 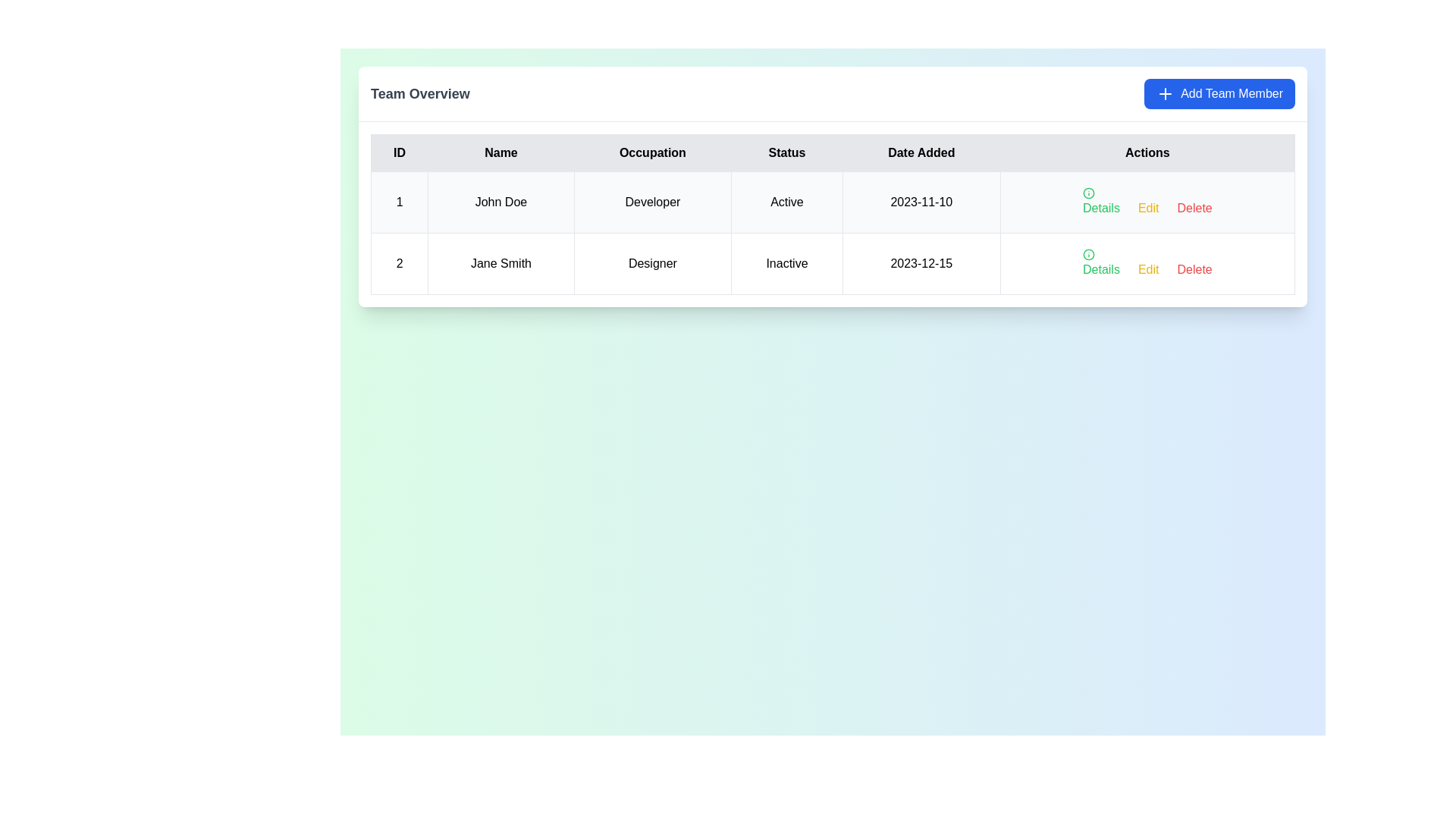 I want to click on the red 'Delete' button, which is the third option in the 'Actions' column of the second row in the table, so click(x=1194, y=268).